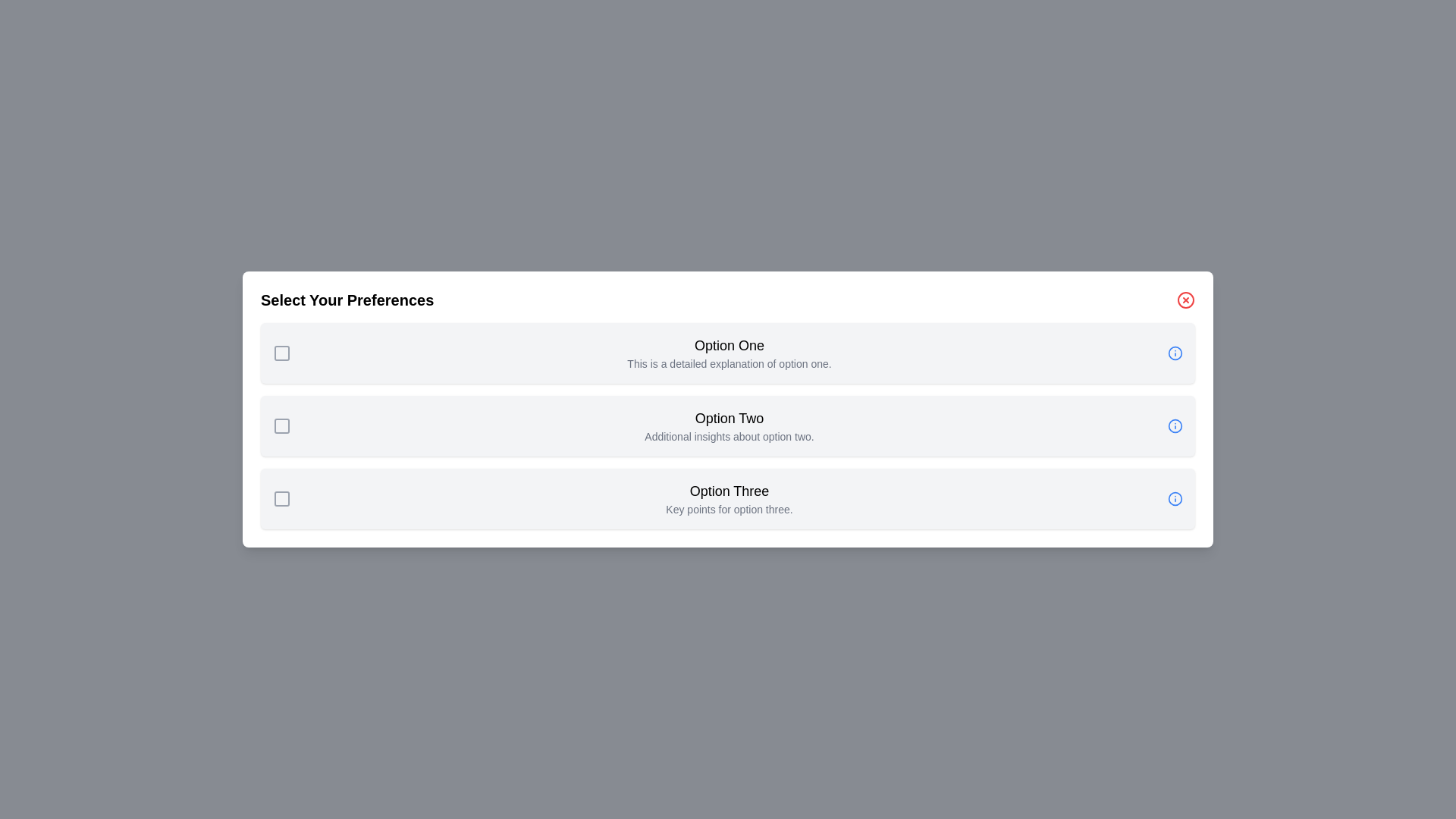 Image resolution: width=1456 pixels, height=819 pixels. What do you see at coordinates (282, 426) in the screenshot?
I see `the Checkbox Icon for 'Option Two'` at bounding box center [282, 426].